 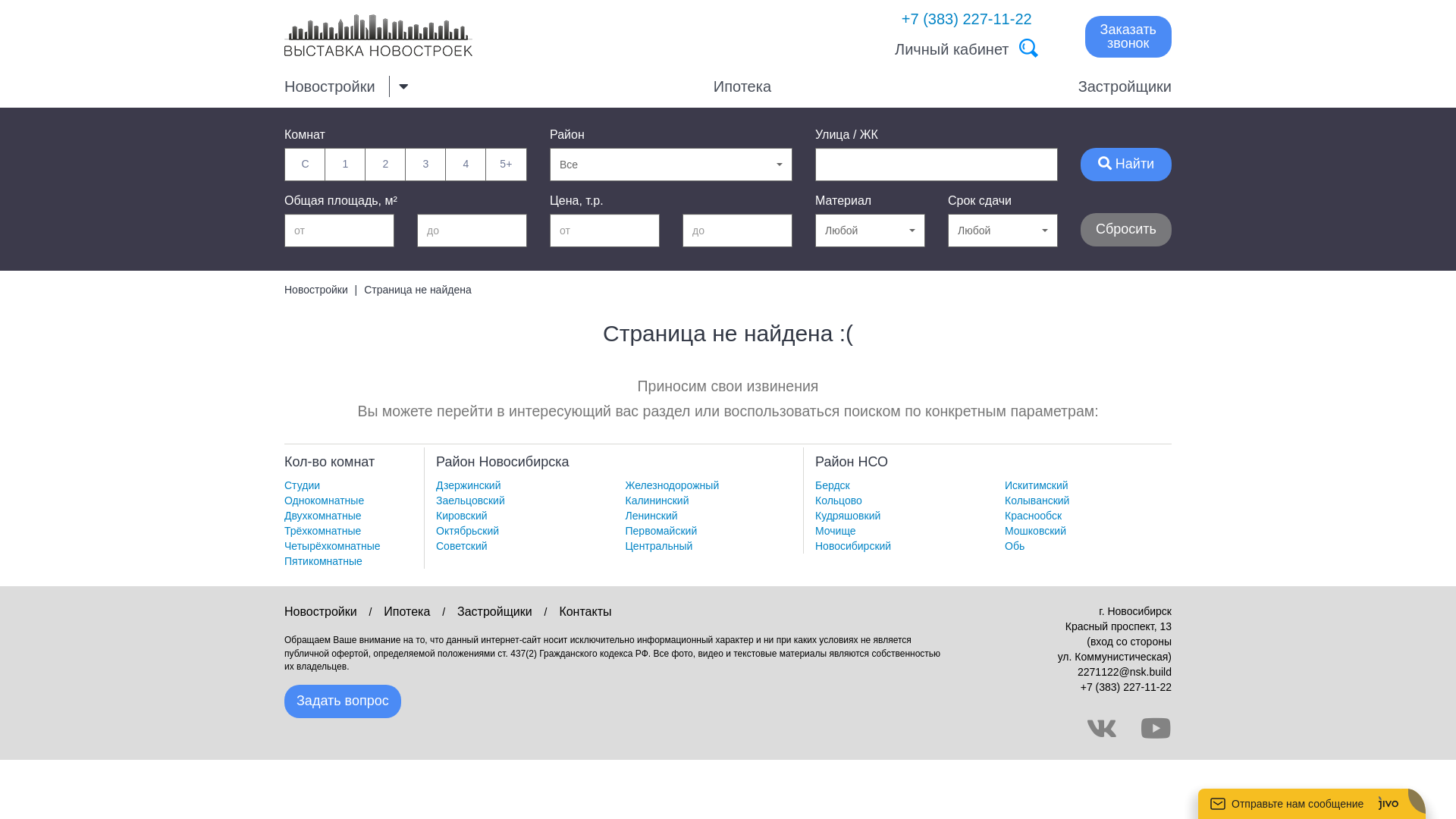 I want to click on '2271122@nsk.build', so click(x=1125, y=671).